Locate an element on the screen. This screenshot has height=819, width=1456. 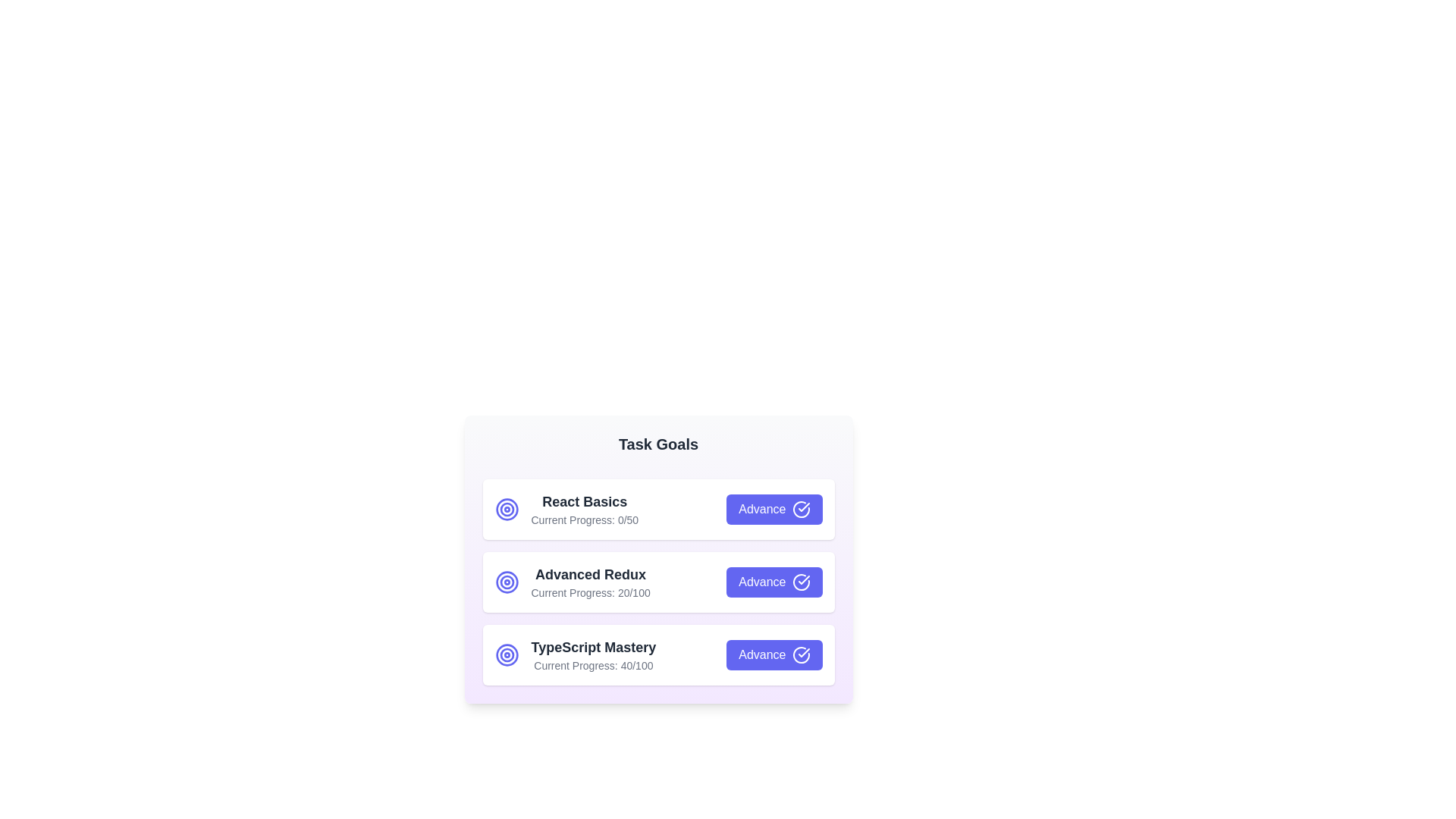
the composite text element displaying the title and progress information of the 'Advanced Redux' task is located at coordinates (590, 581).